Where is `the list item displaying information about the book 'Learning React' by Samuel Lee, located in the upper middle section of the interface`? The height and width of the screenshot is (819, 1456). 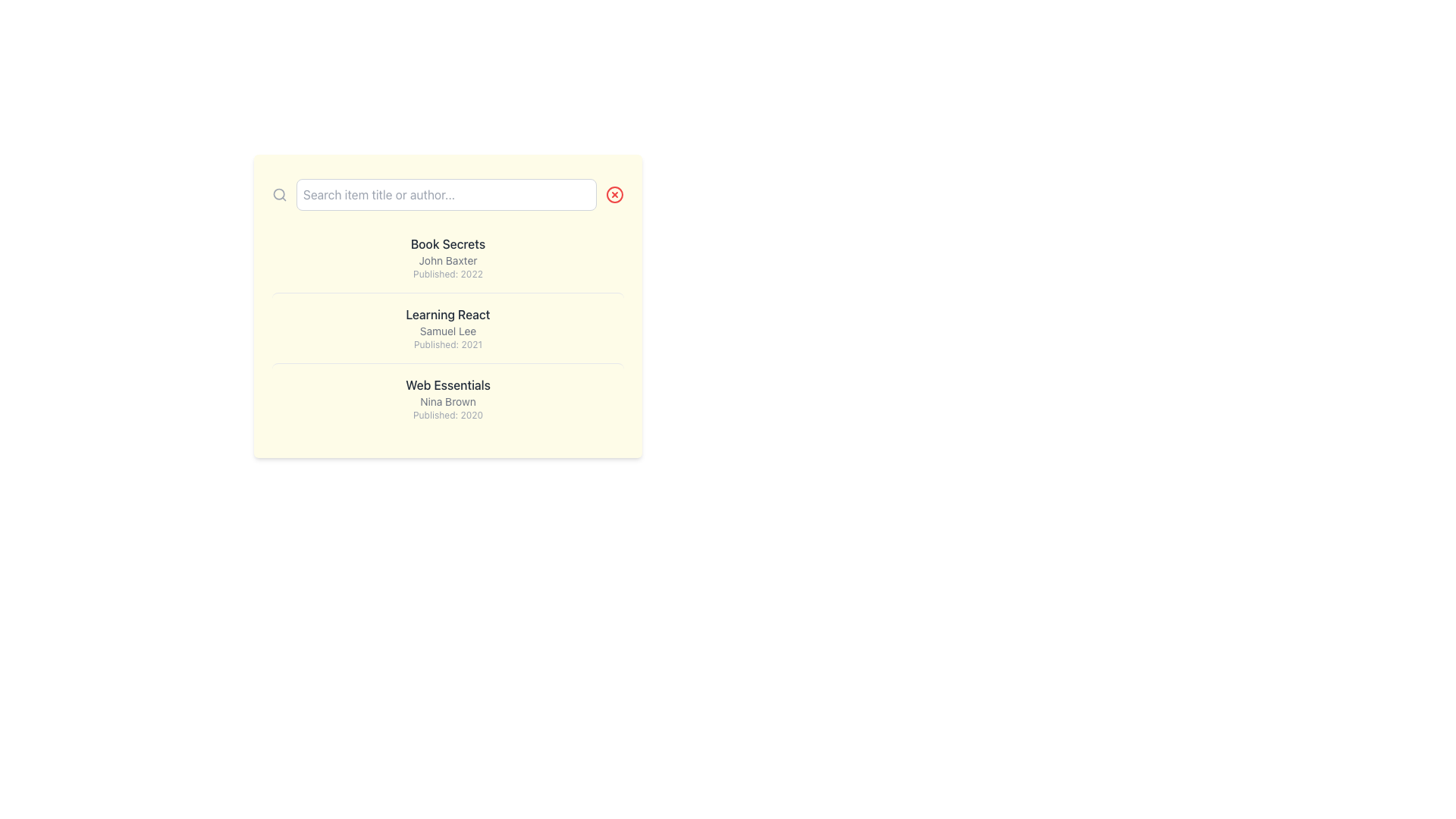 the list item displaying information about the book 'Learning React' by Samuel Lee, located in the upper middle section of the interface is located at coordinates (447, 306).